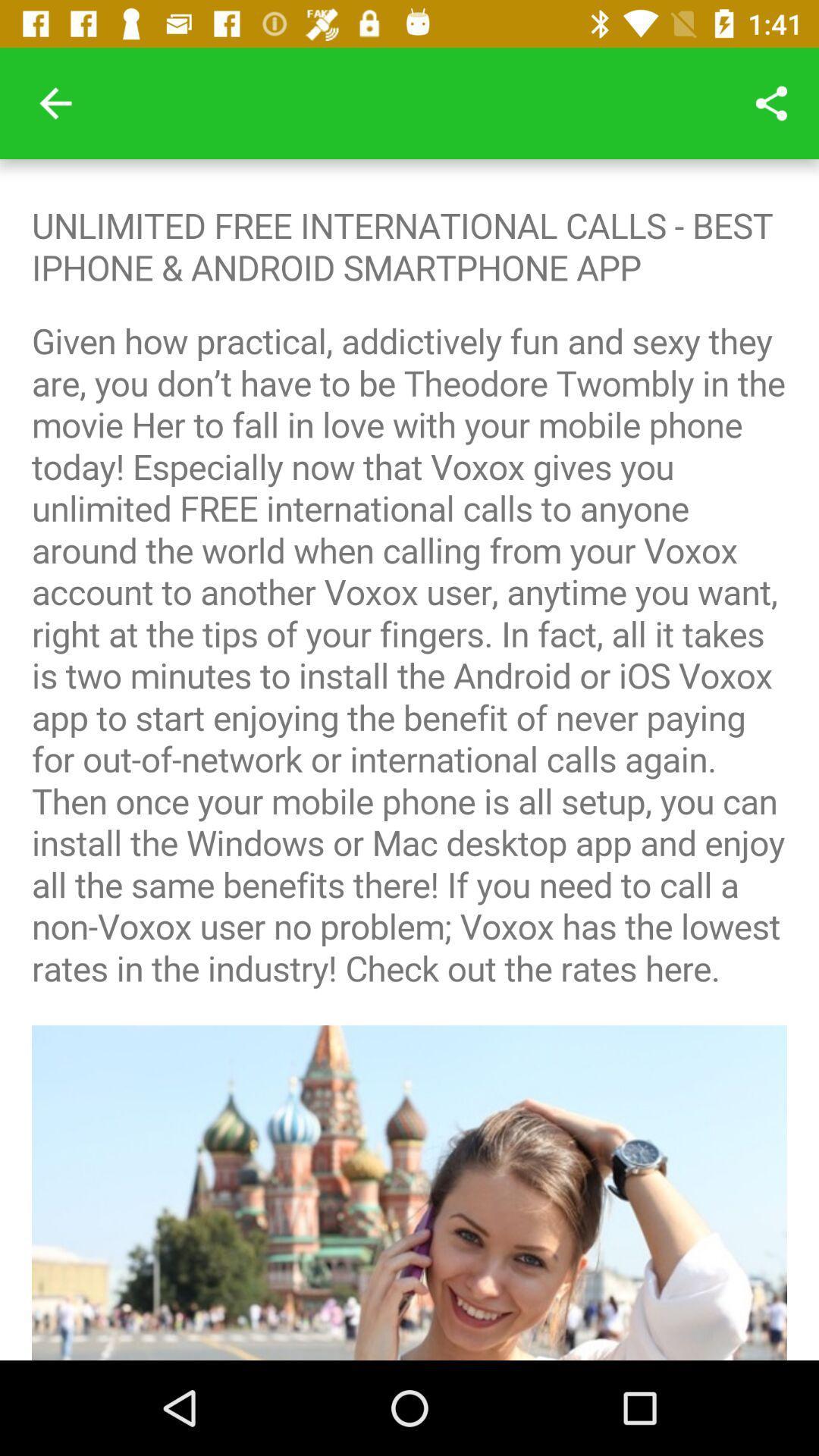  Describe the element at coordinates (409, 760) in the screenshot. I see `article about international calls` at that location.